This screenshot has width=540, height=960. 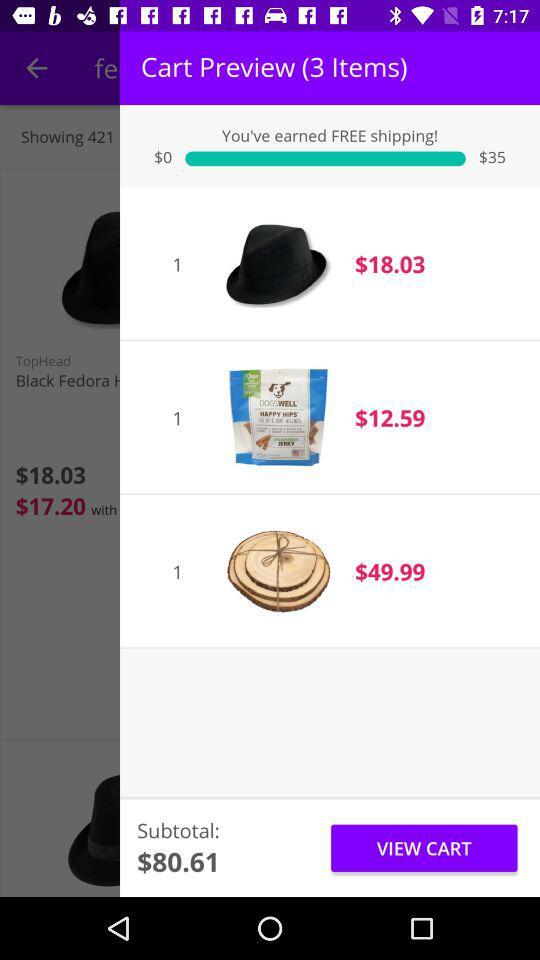 What do you see at coordinates (276, 571) in the screenshot?
I see `the image on left side of 4999` at bounding box center [276, 571].